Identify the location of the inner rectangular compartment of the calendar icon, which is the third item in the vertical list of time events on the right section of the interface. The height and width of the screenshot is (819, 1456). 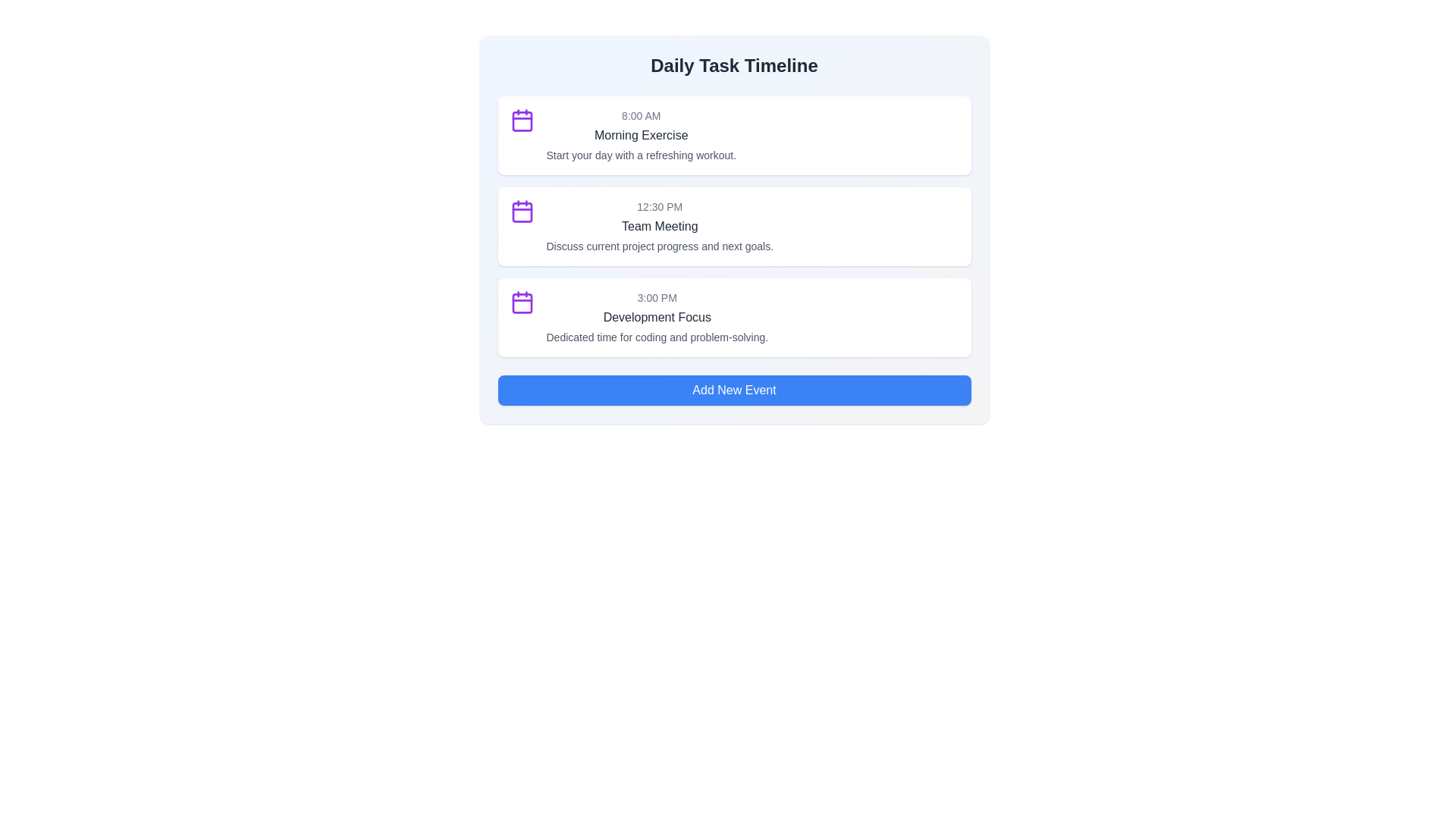
(522, 303).